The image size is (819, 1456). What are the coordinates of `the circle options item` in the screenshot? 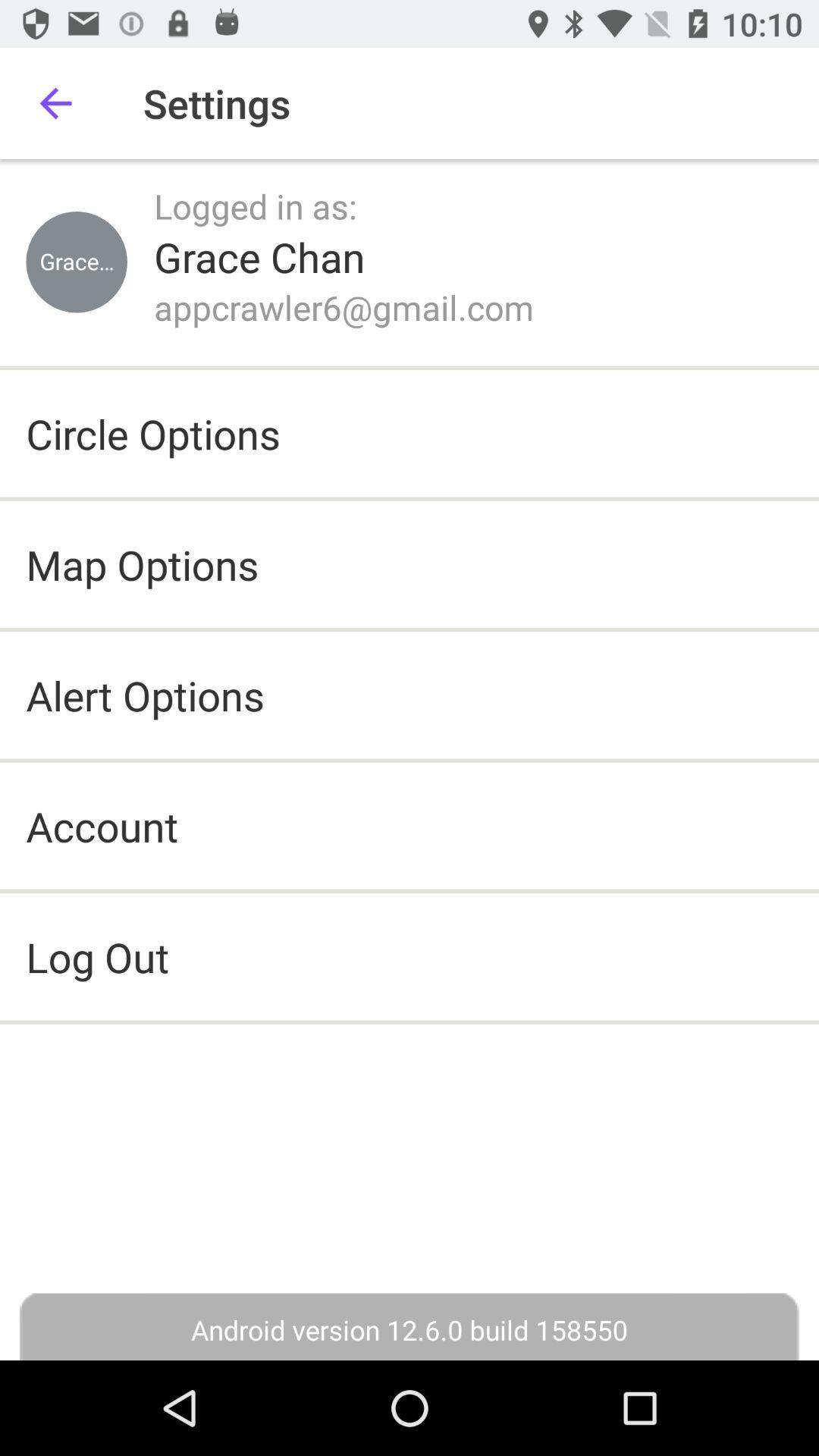 It's located at (153, 432).